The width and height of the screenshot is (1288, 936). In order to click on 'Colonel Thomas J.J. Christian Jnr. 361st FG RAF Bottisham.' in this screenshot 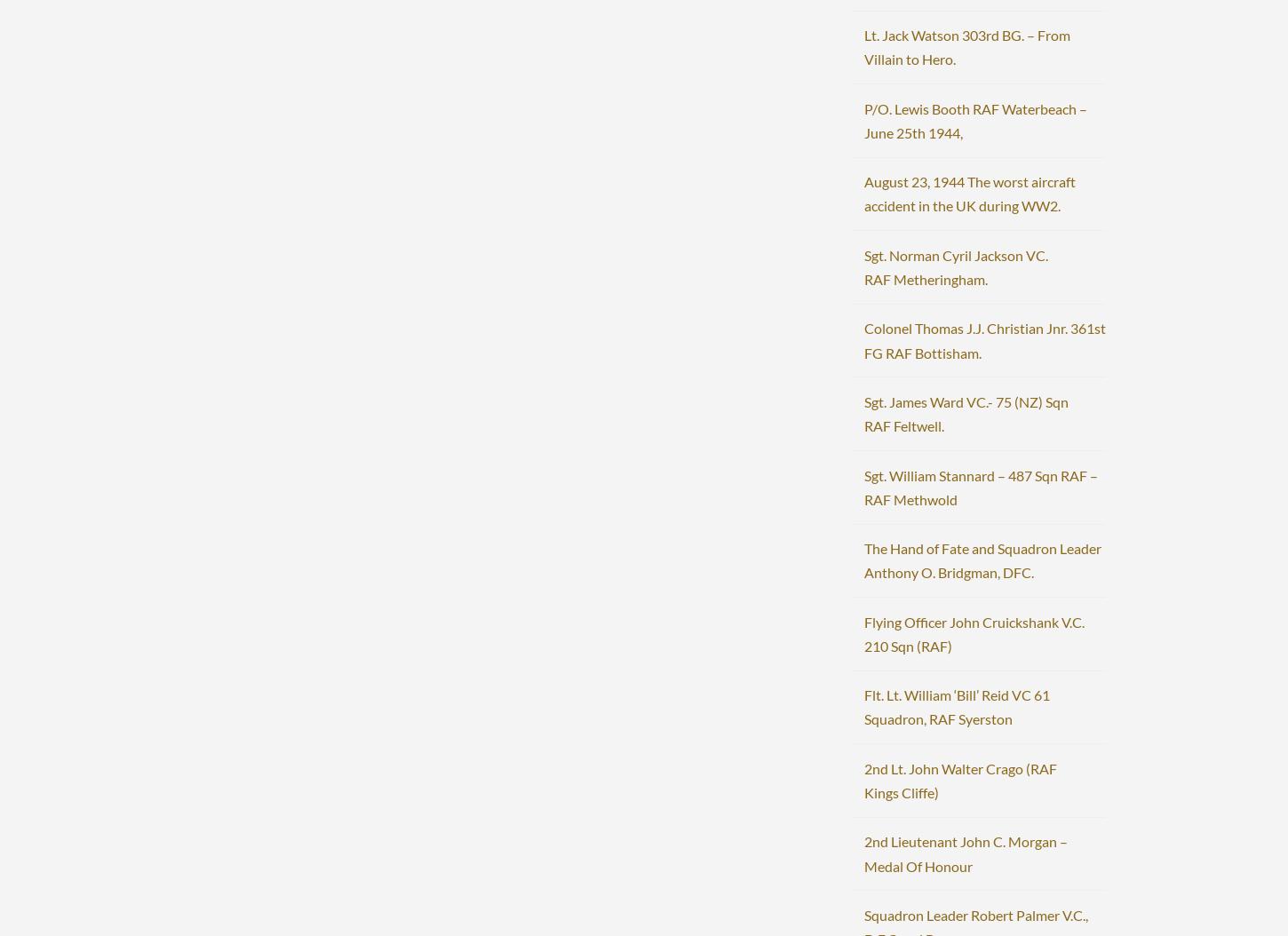, I will do `click(982, 339)`.